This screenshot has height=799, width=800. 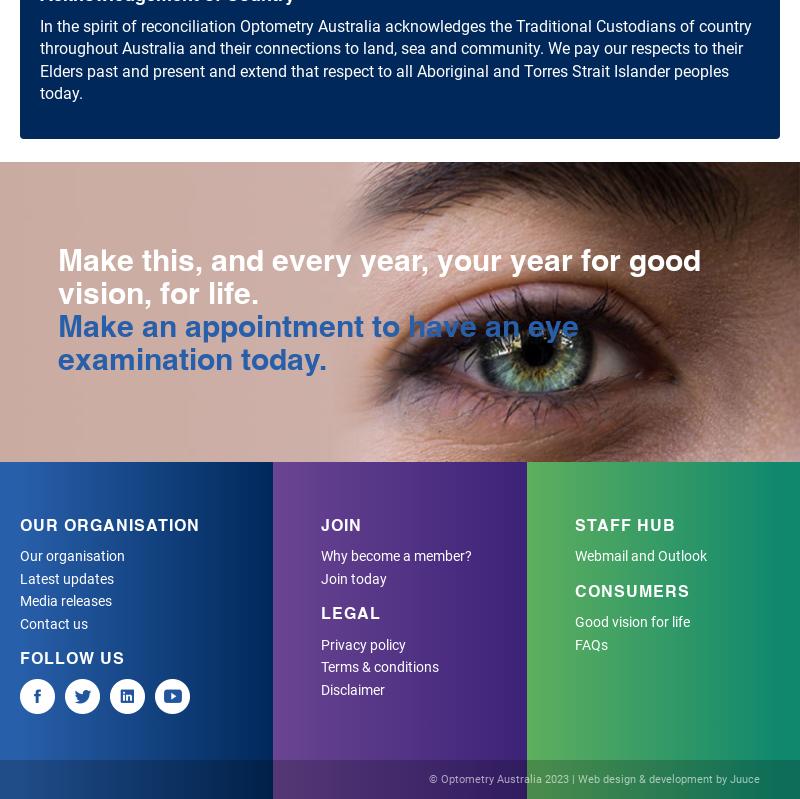 I want to click on 'FAQs', so click(x=589, y=643).